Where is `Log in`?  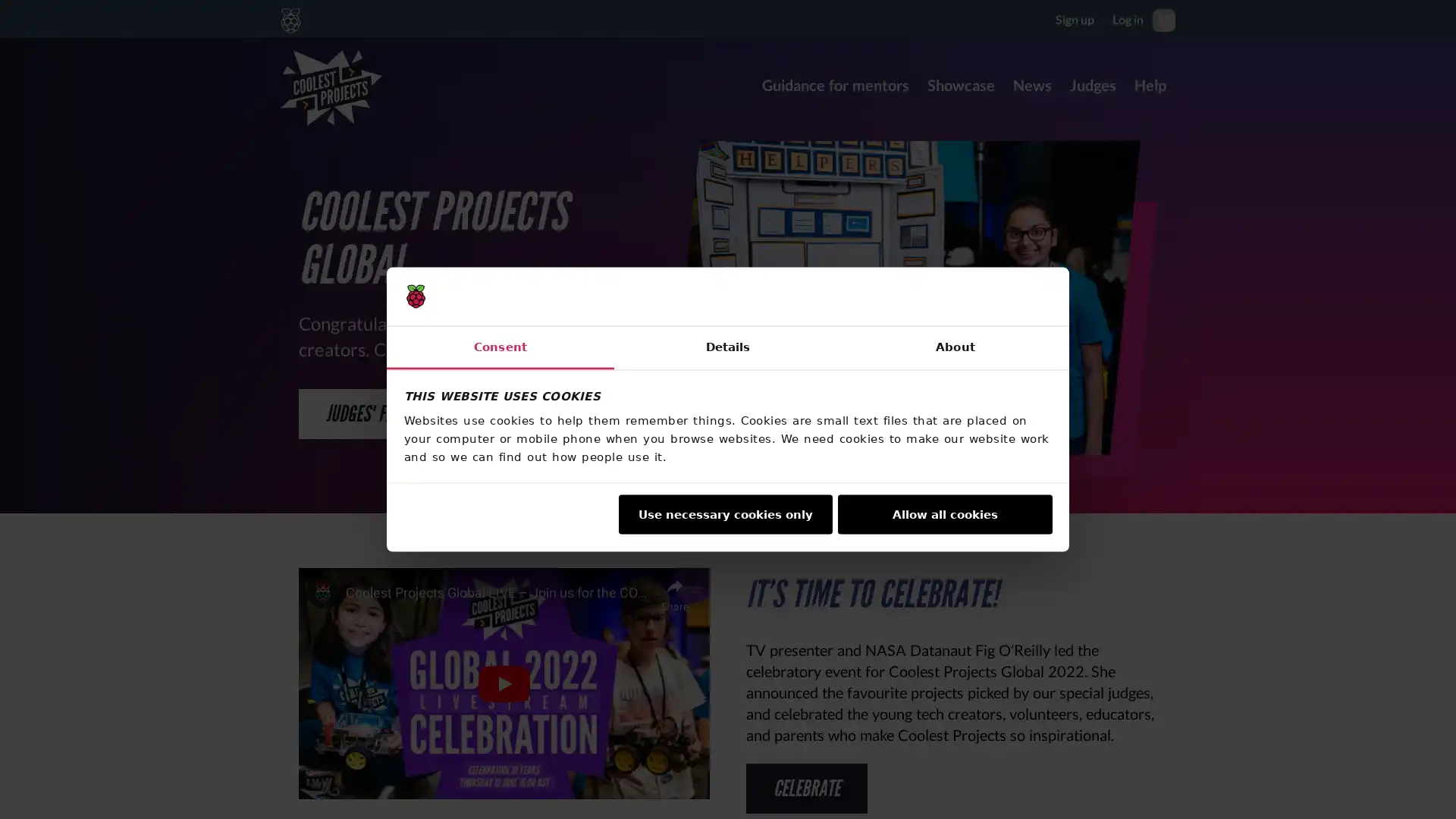
Log in is located at coordinates (1128, 18).